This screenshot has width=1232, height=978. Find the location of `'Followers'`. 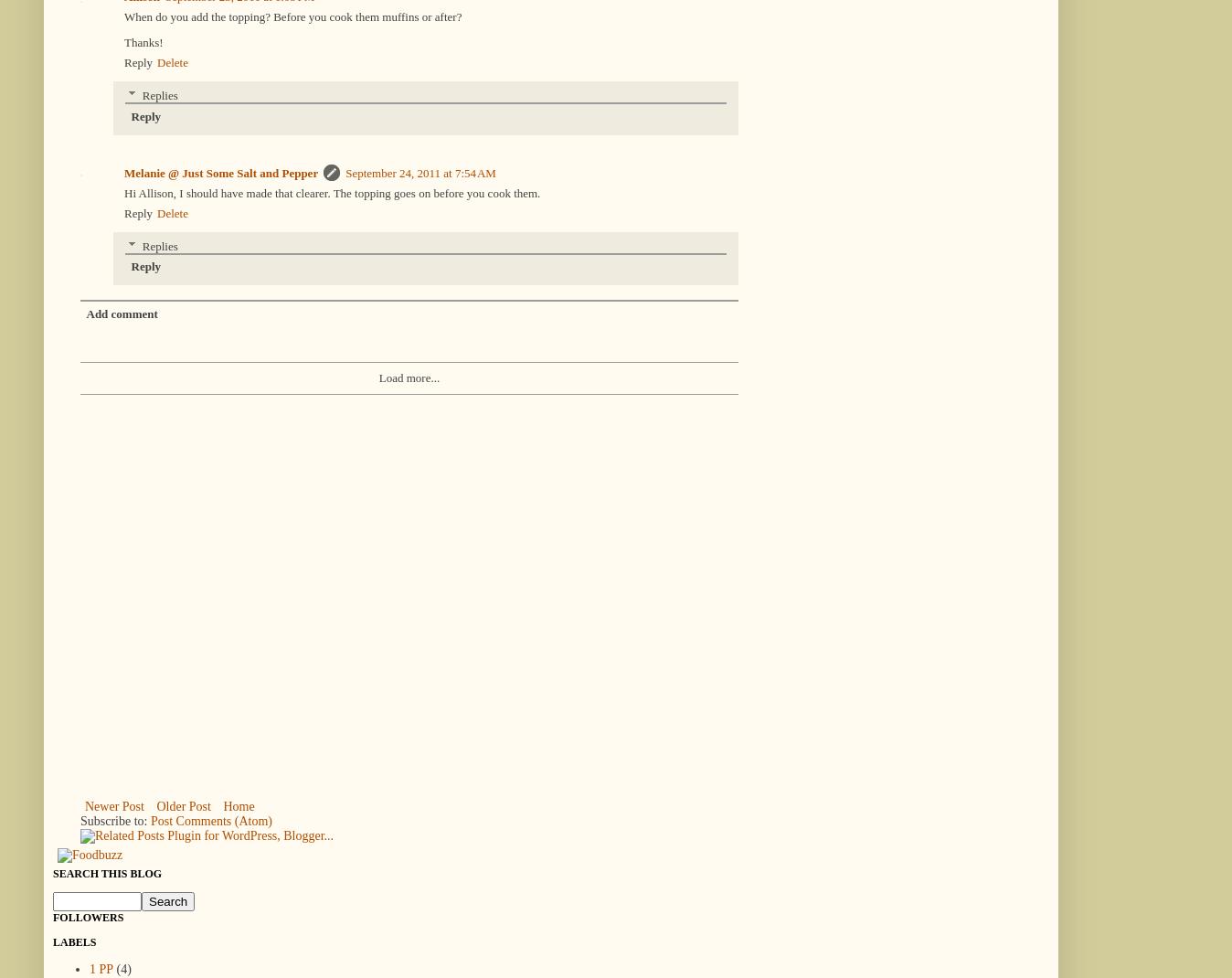

'Followers' is located at coordinates (87, 917).